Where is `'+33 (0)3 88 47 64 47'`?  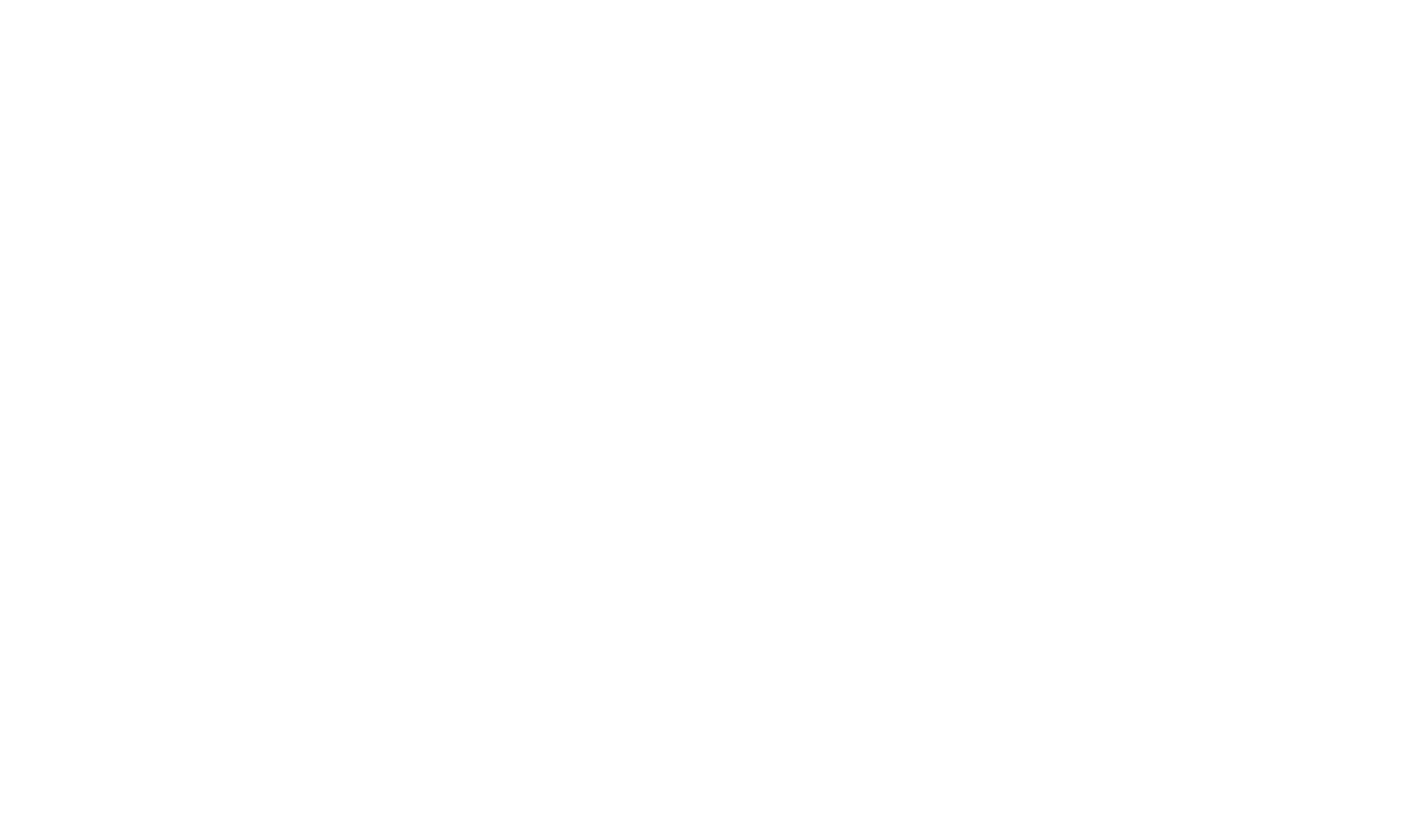 '+33 (0)3 88 47 64 47' is located at coordinates (790, 798).